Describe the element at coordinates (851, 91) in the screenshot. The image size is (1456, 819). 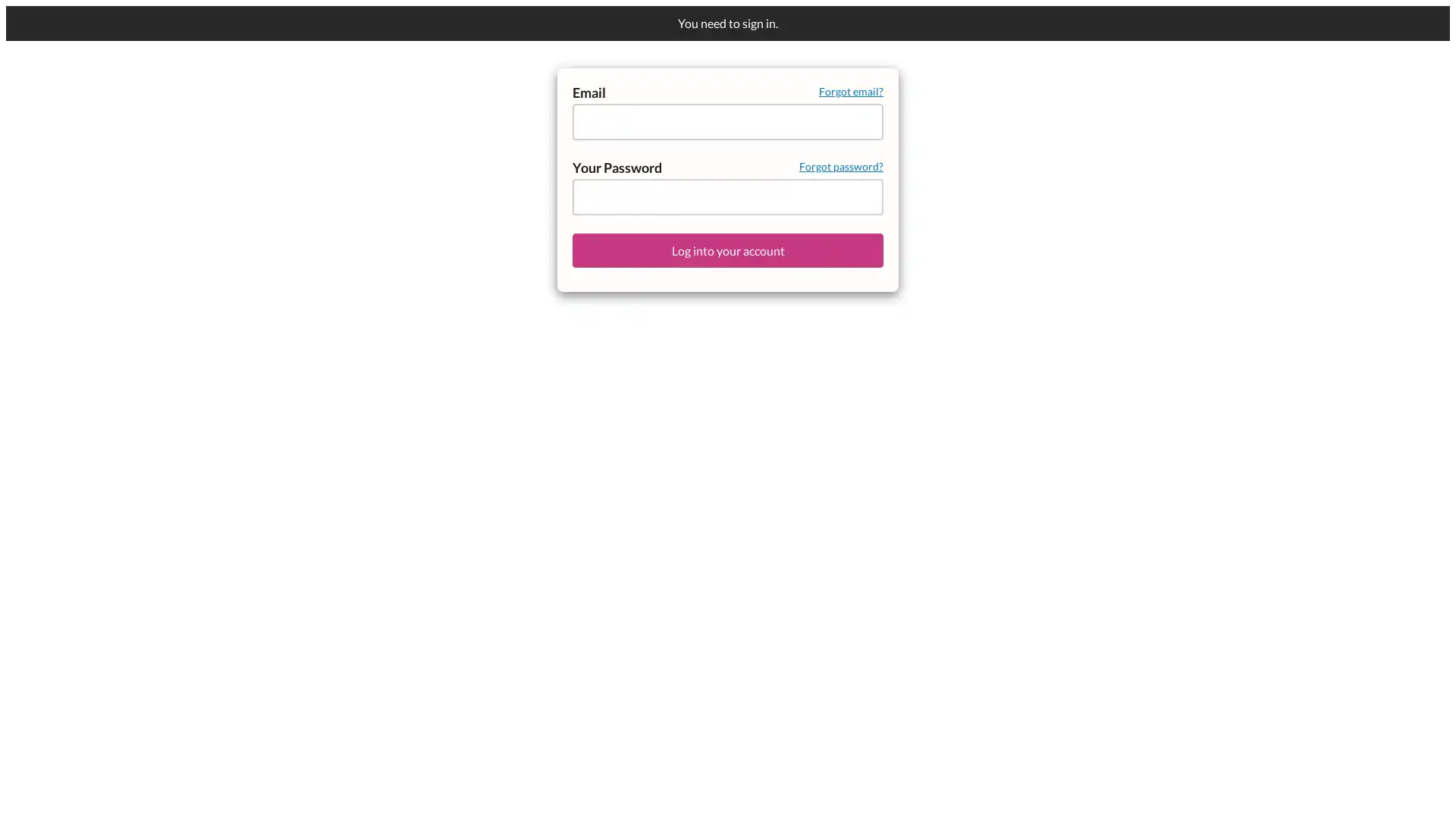
I see `Forgot email?` at that location.